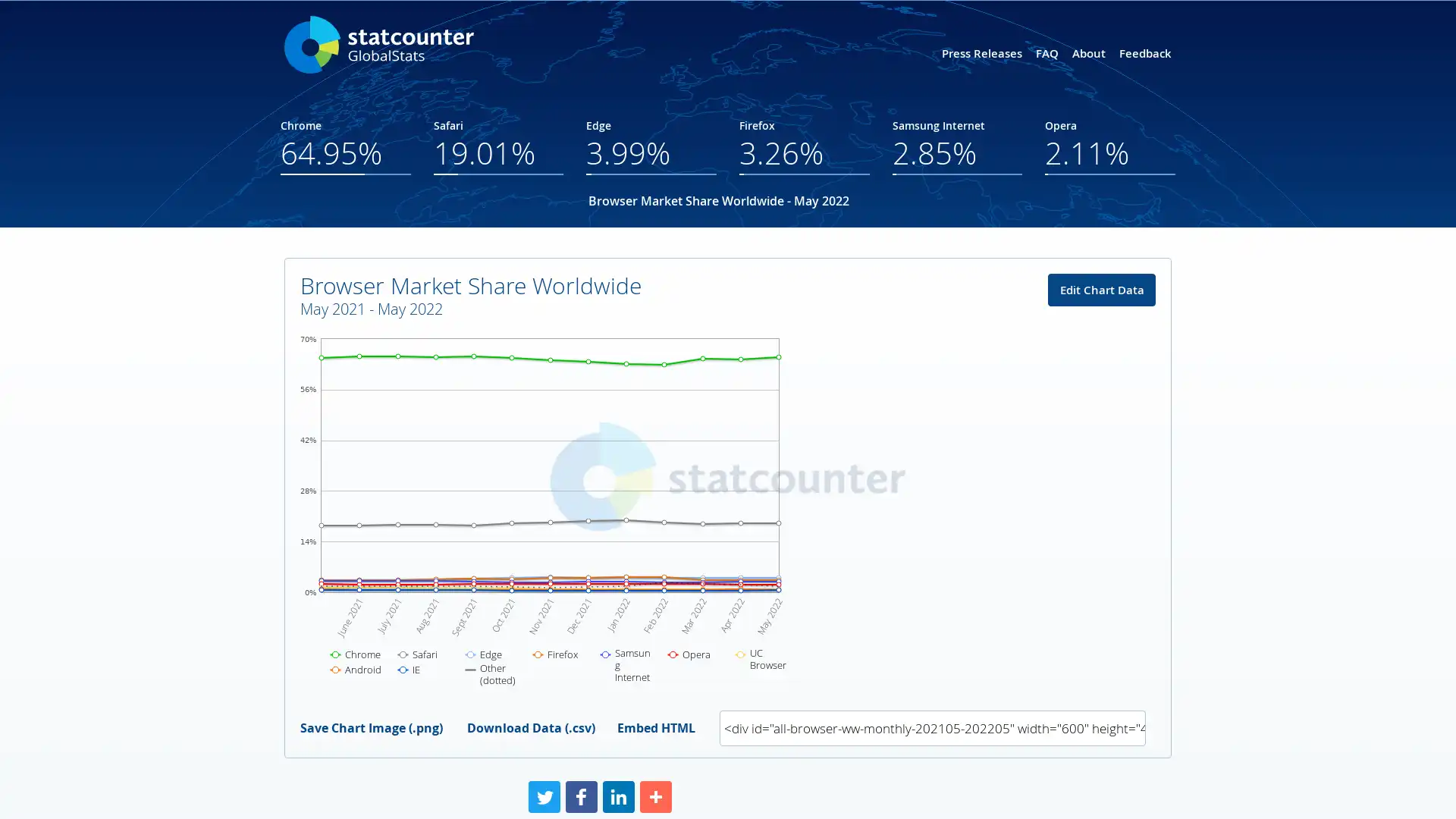  Describe the element at coordinates (650, 795) in the screenshot. I see `Share to Facebook Facebook` at that location.